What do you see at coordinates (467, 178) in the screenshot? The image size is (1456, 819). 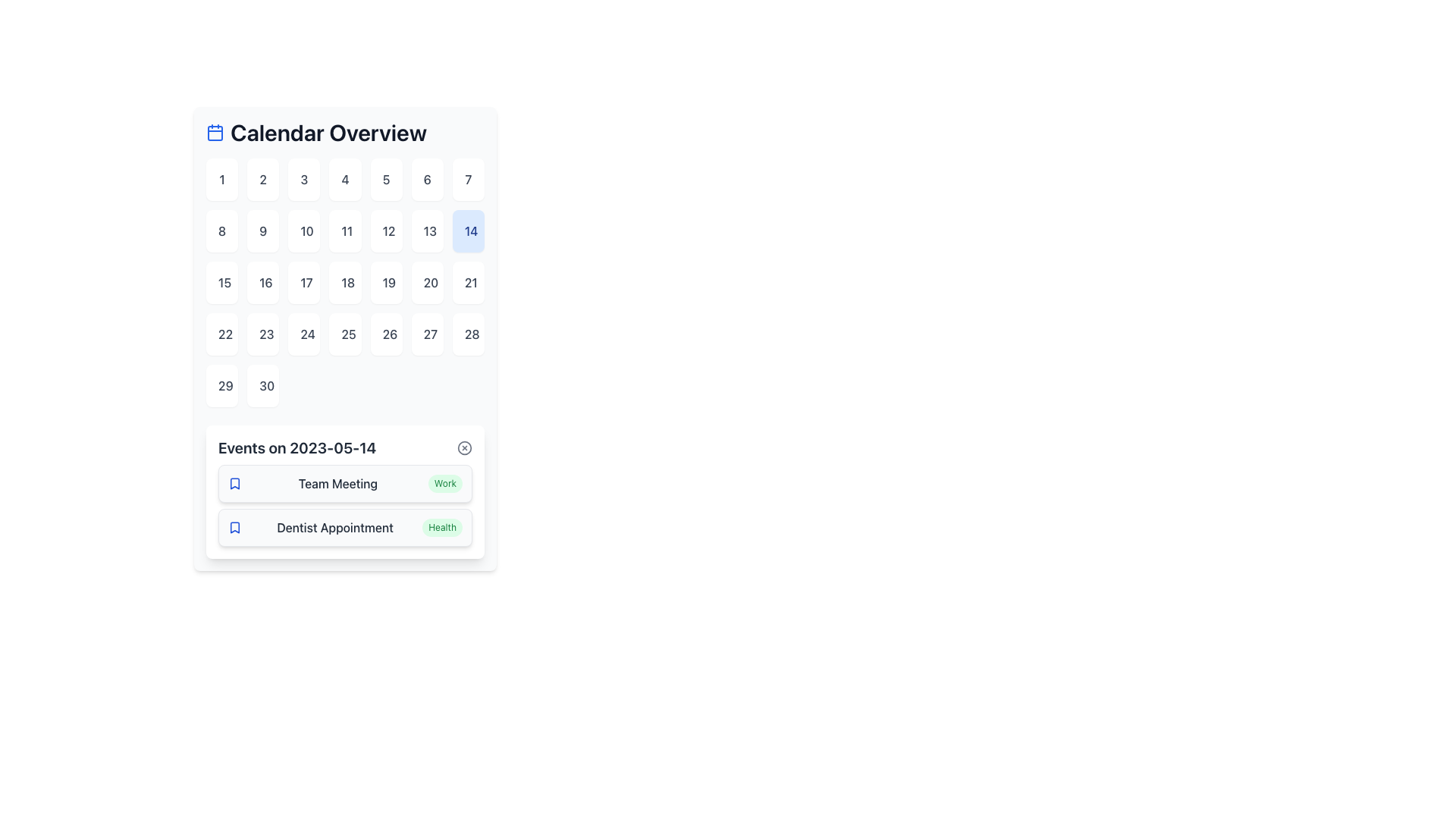 I see `the button displaying '7' in a bold font within a white rounded rectangle located in the first row, seventh column of the calendar grid` at bounding box center [467, 178].